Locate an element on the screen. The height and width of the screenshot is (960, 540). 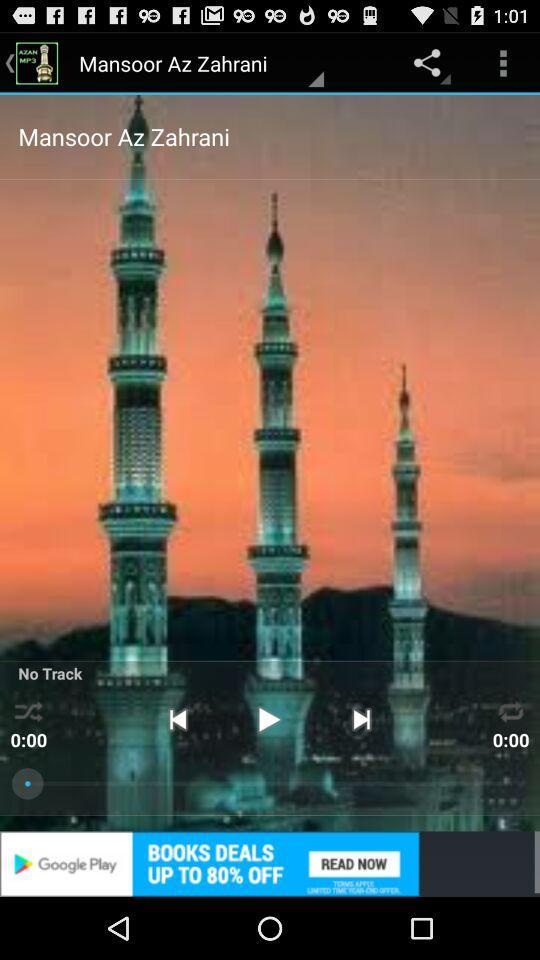
the skip_next icon is located at coordinates (360, 768).